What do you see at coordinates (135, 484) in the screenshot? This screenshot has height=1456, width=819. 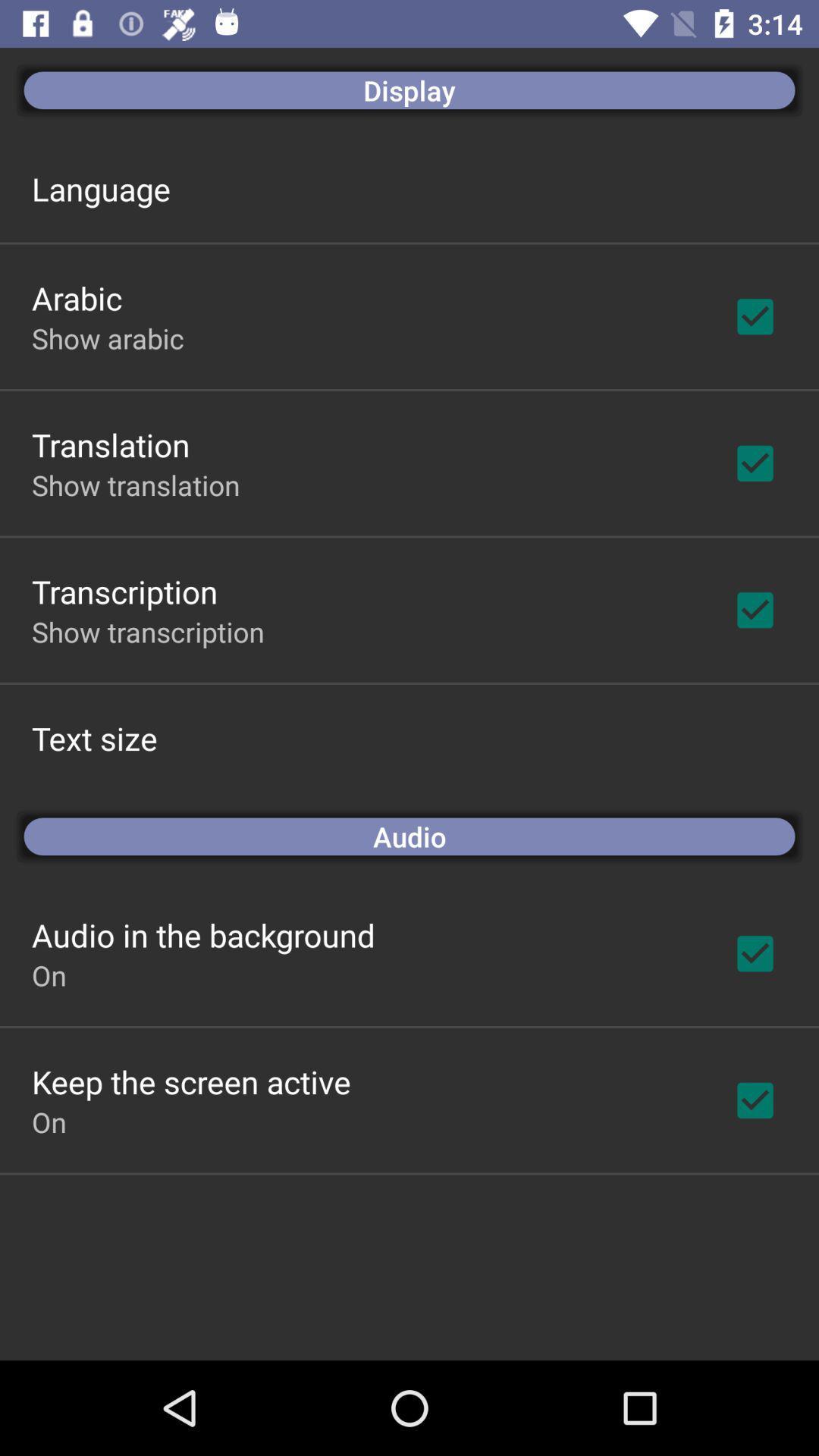 I see `item below translation icon` at bounding box center [135, 484].